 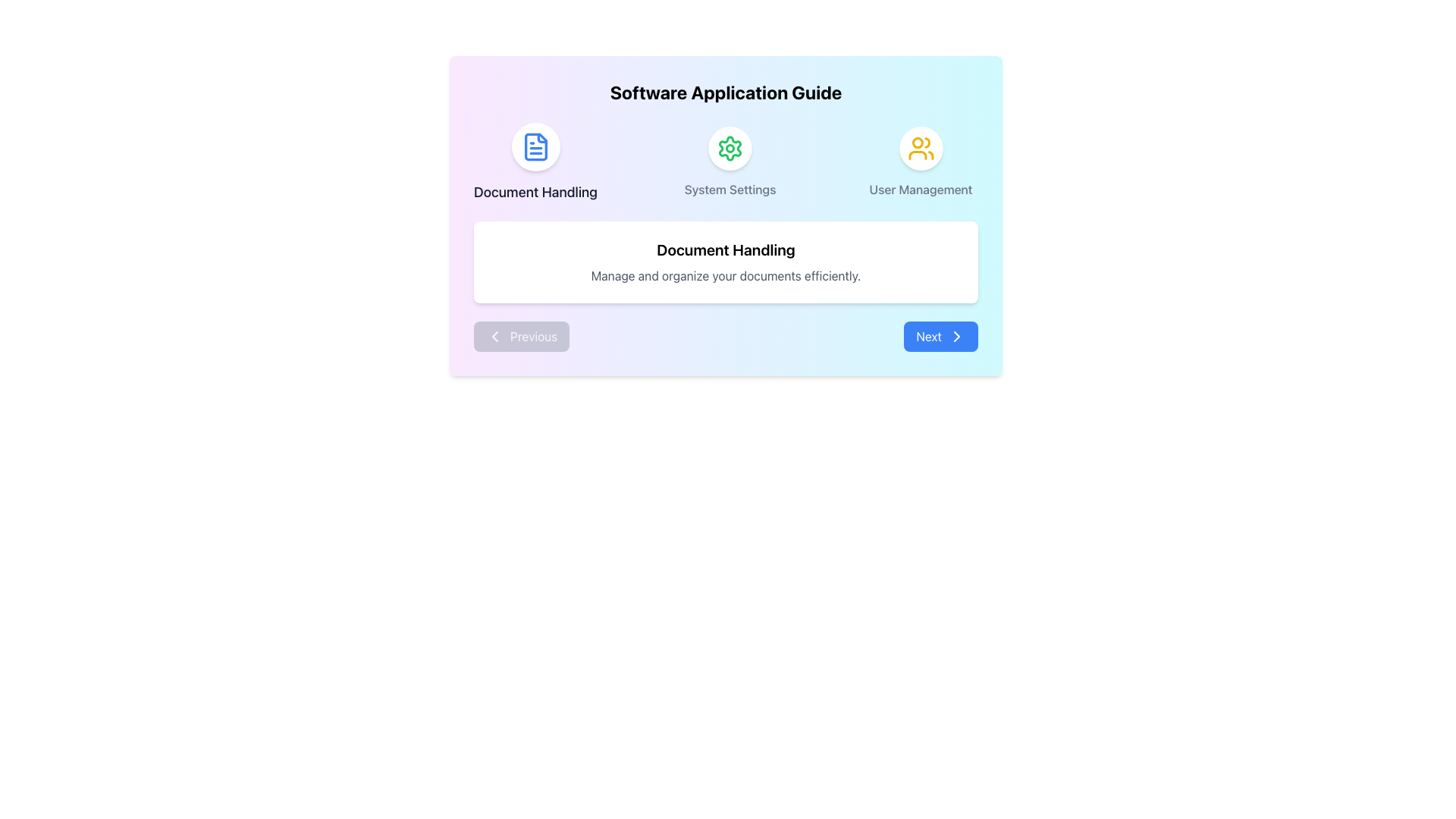 I want to click on the 'System Settings' label, which is centrally positioned beneath the green gear icon and flanked by 'Document Handling' and 'User Management' labels, so click(x=730, y=189).